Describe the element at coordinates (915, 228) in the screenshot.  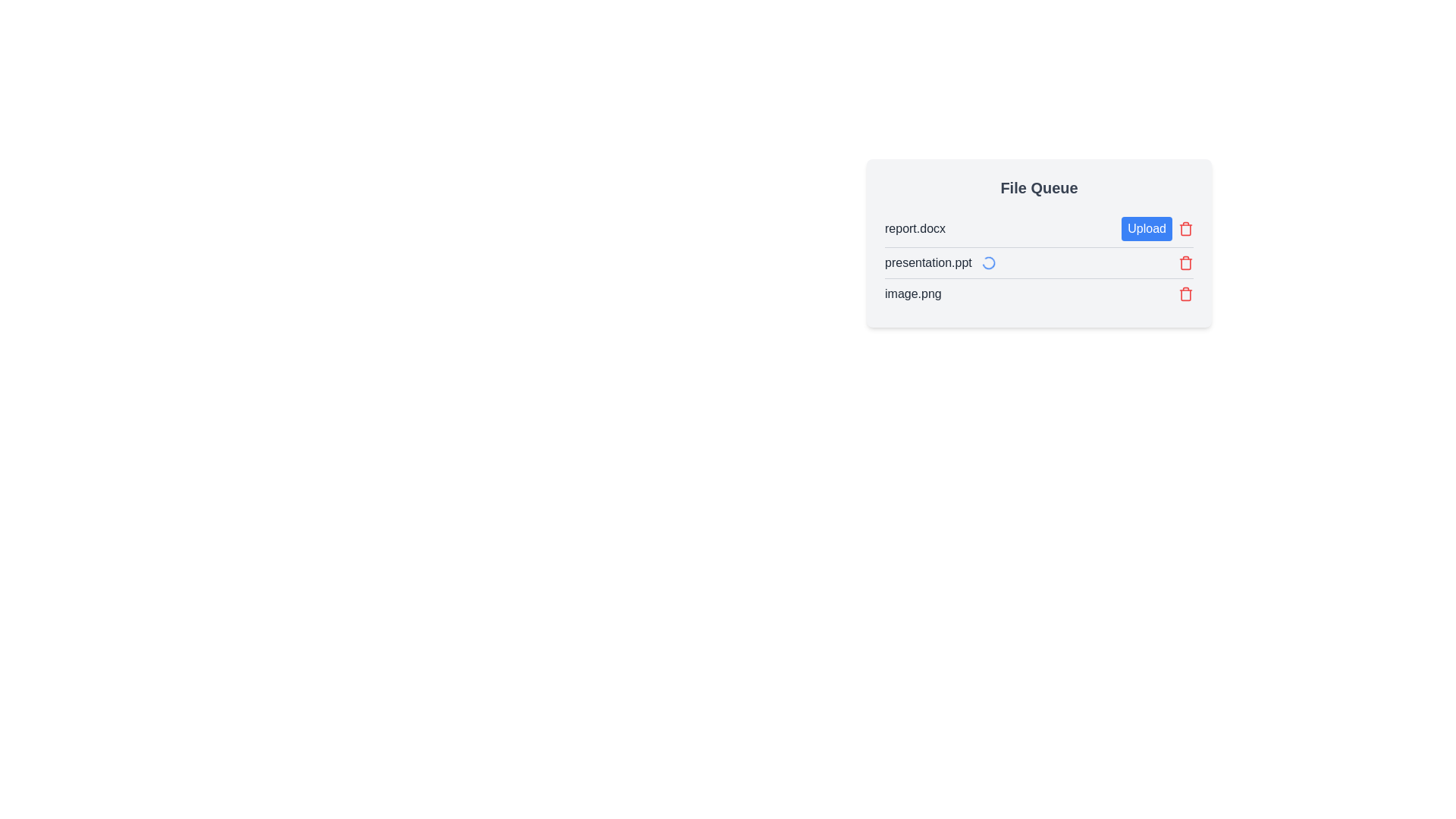
I see `the text label displaying the name 'report.docx' in the first row of the 'File Queue' panel` at that location.